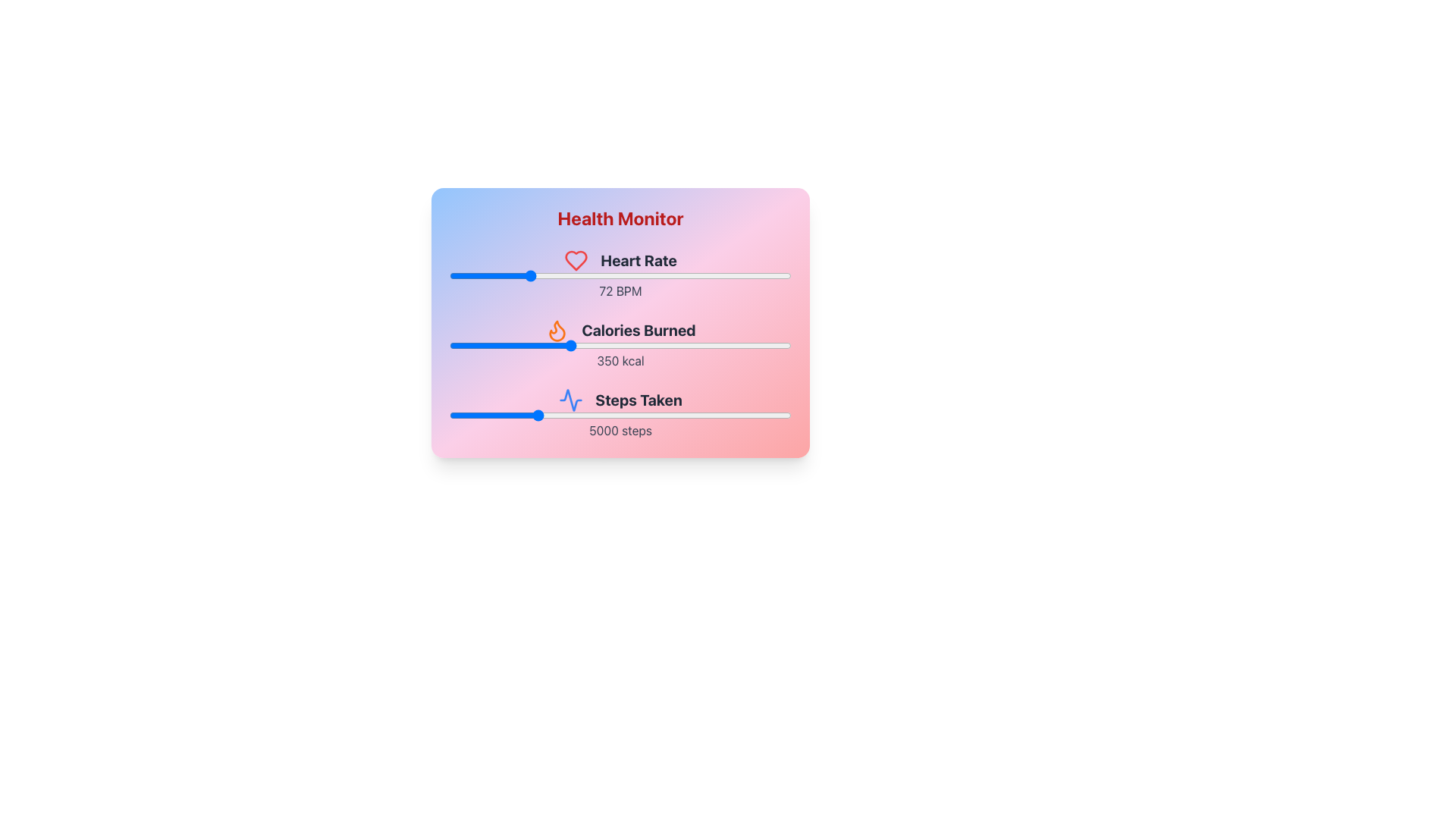 The height and width of the screenshot is (819, 1456). Describe the element at coordinates (783, 345) in the screenshot. I see `the calories burned slider` at that location.